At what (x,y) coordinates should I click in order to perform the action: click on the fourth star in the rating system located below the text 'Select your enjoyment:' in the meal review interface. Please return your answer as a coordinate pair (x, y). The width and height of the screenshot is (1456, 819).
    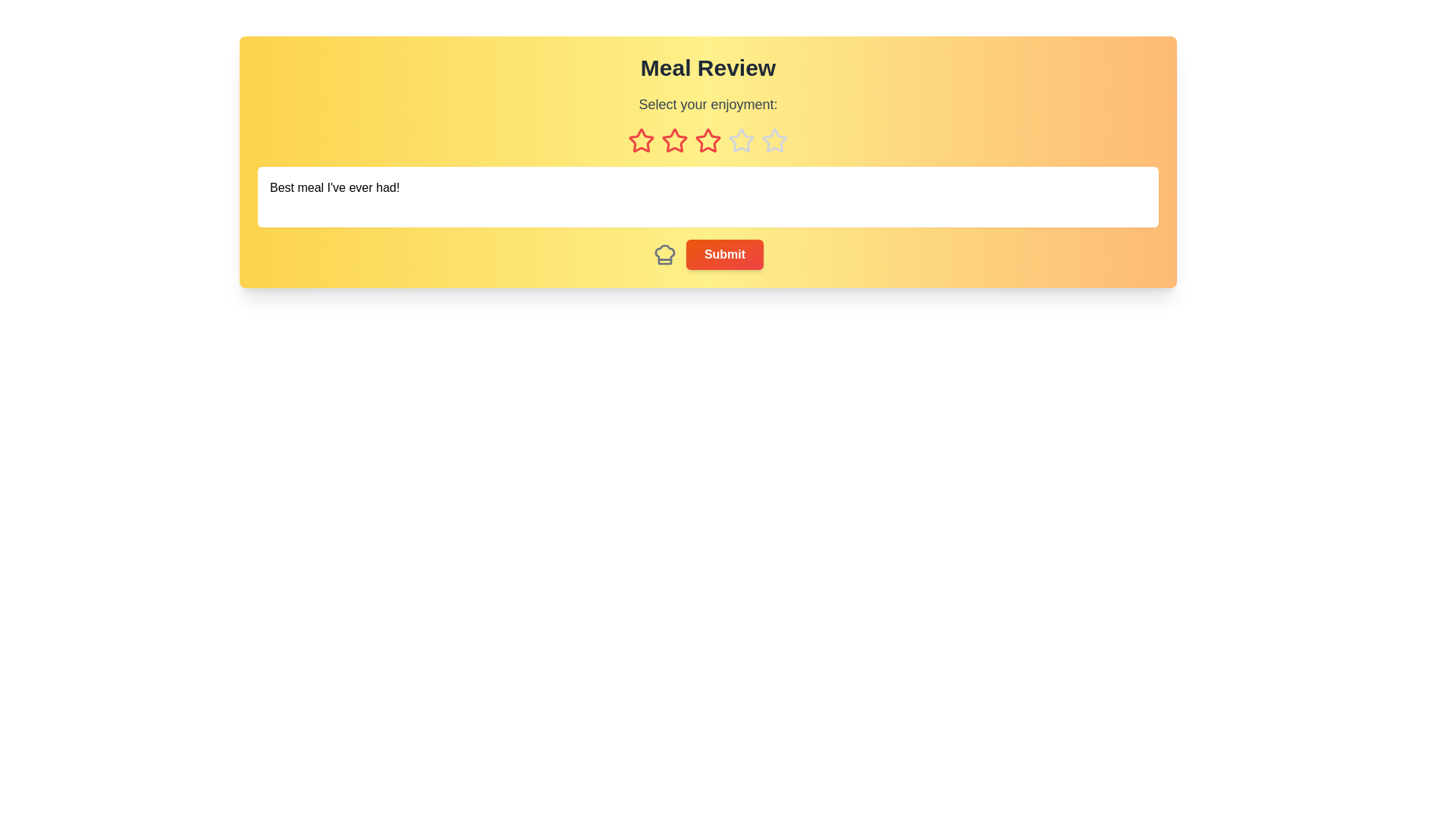
    Looking at the image, I should click on (742, 140).